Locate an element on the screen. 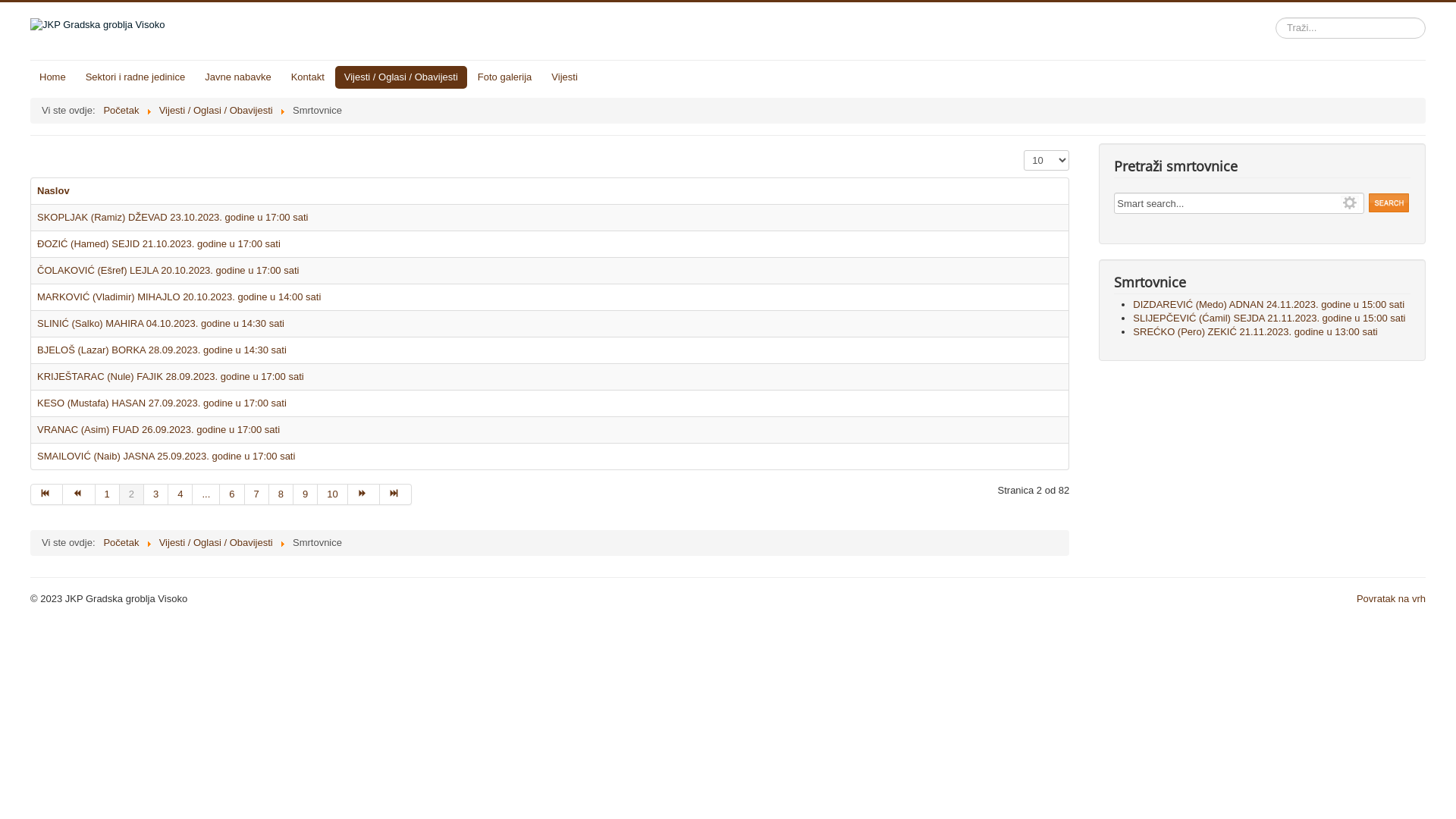  '1' is located at coordinates (107, 494).